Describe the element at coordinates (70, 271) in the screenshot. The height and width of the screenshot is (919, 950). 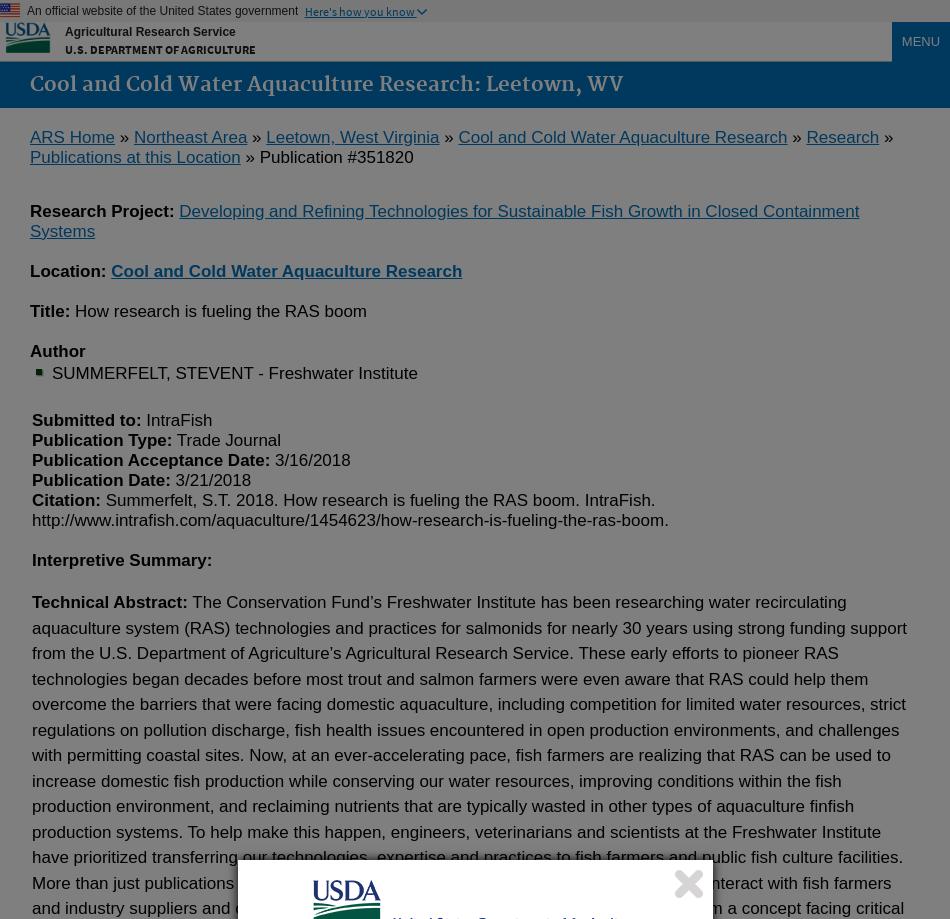
I see `'Location:'` at that location.